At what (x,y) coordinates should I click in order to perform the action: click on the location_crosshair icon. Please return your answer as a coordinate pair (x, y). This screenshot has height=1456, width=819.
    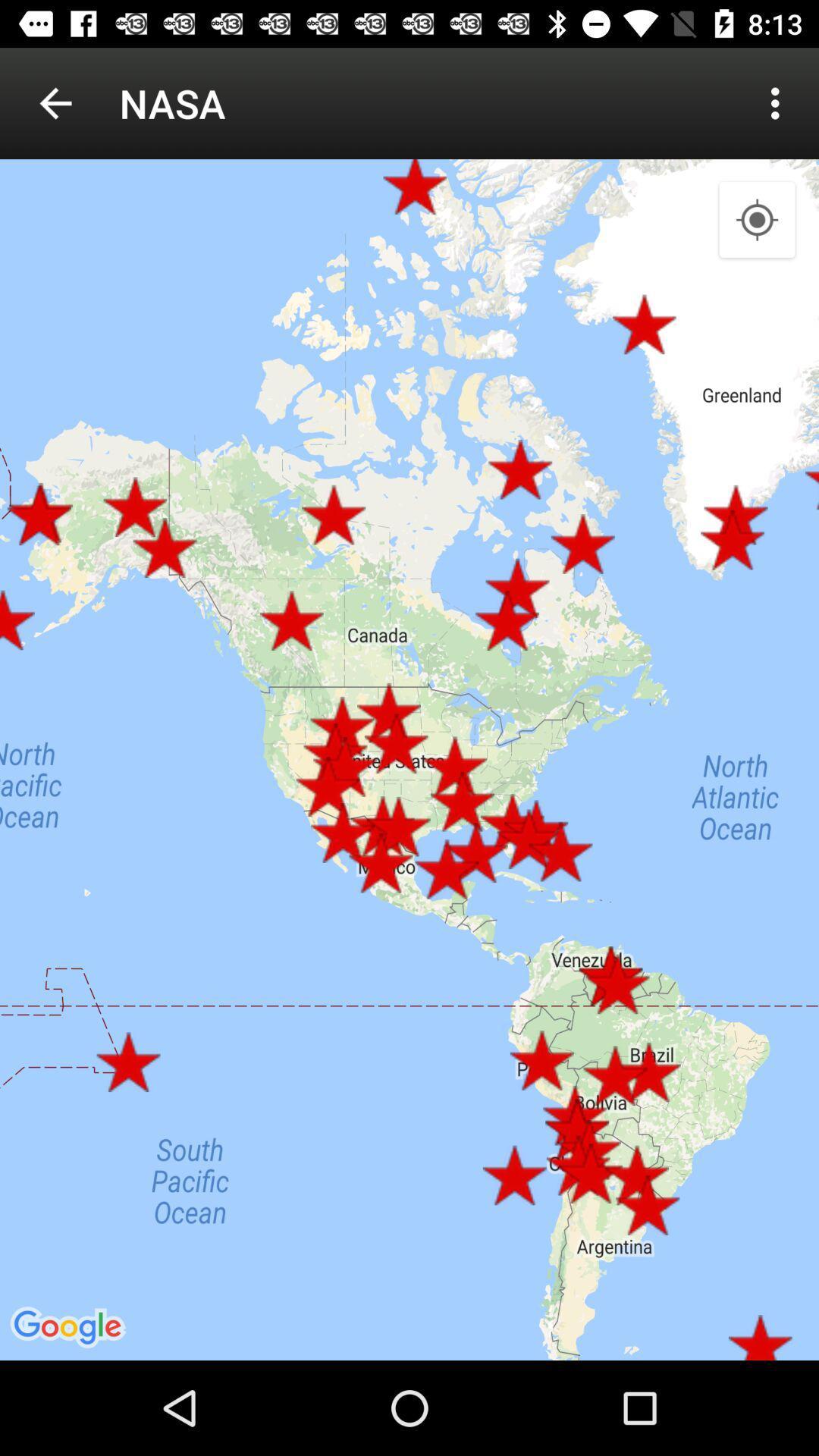
    Looking at the image, I should click on (757, 220).